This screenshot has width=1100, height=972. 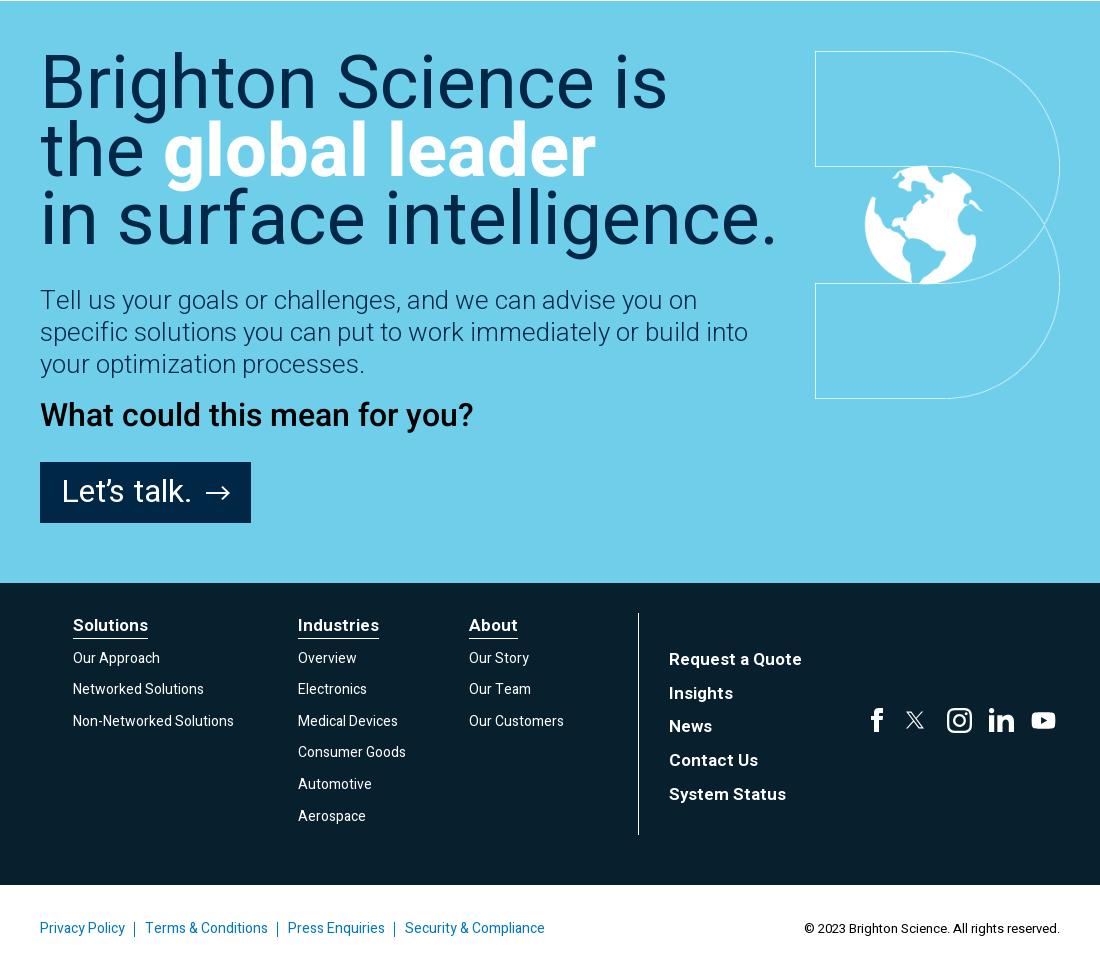 I want to click on 'News', so click(x=688, y=725).